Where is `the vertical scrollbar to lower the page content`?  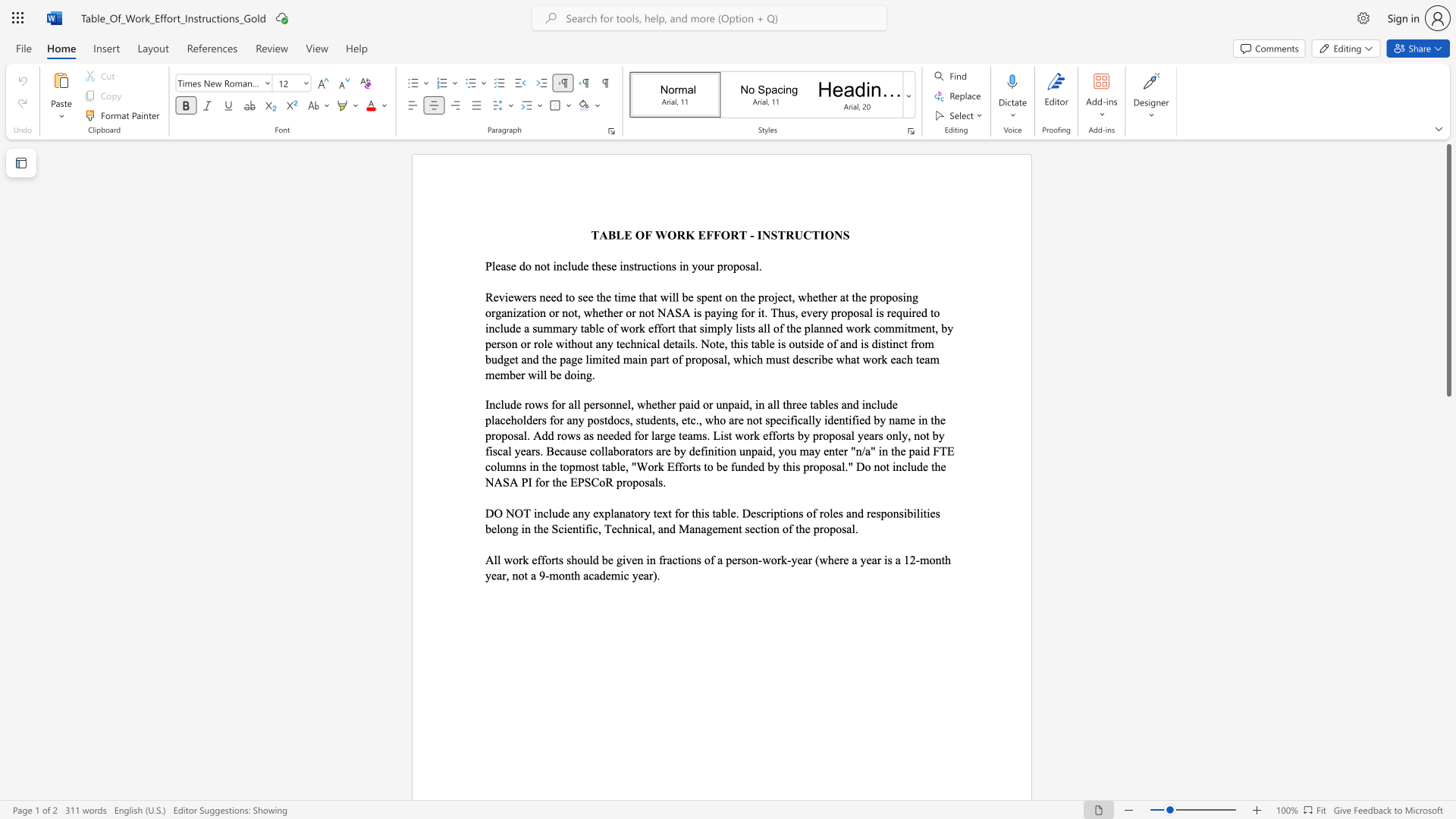
the vertical scrollbar to lower the page content is located at coordinates (1448, 546).